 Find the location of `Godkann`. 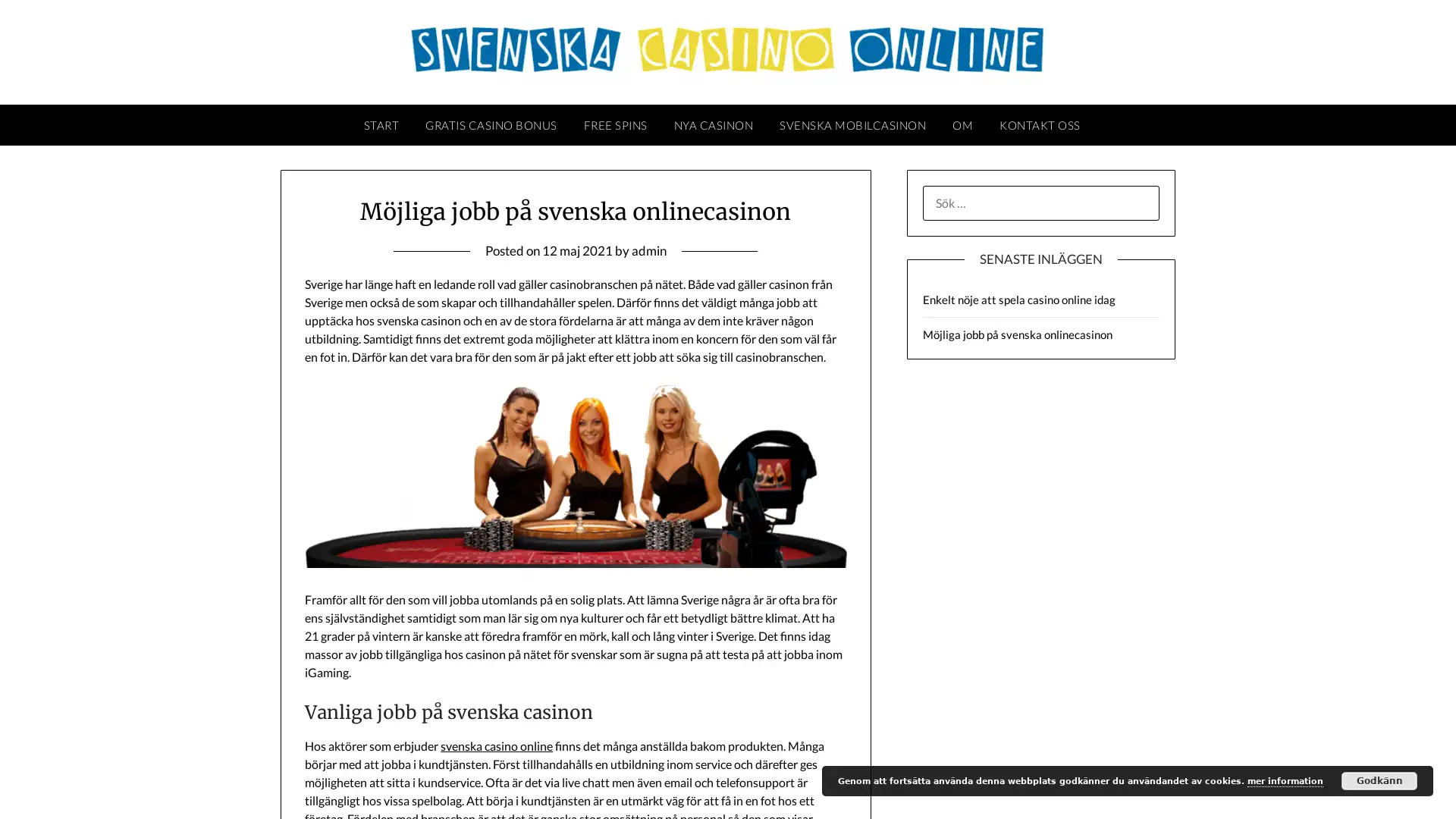

Godkann is located at coordinates (1379, 780).